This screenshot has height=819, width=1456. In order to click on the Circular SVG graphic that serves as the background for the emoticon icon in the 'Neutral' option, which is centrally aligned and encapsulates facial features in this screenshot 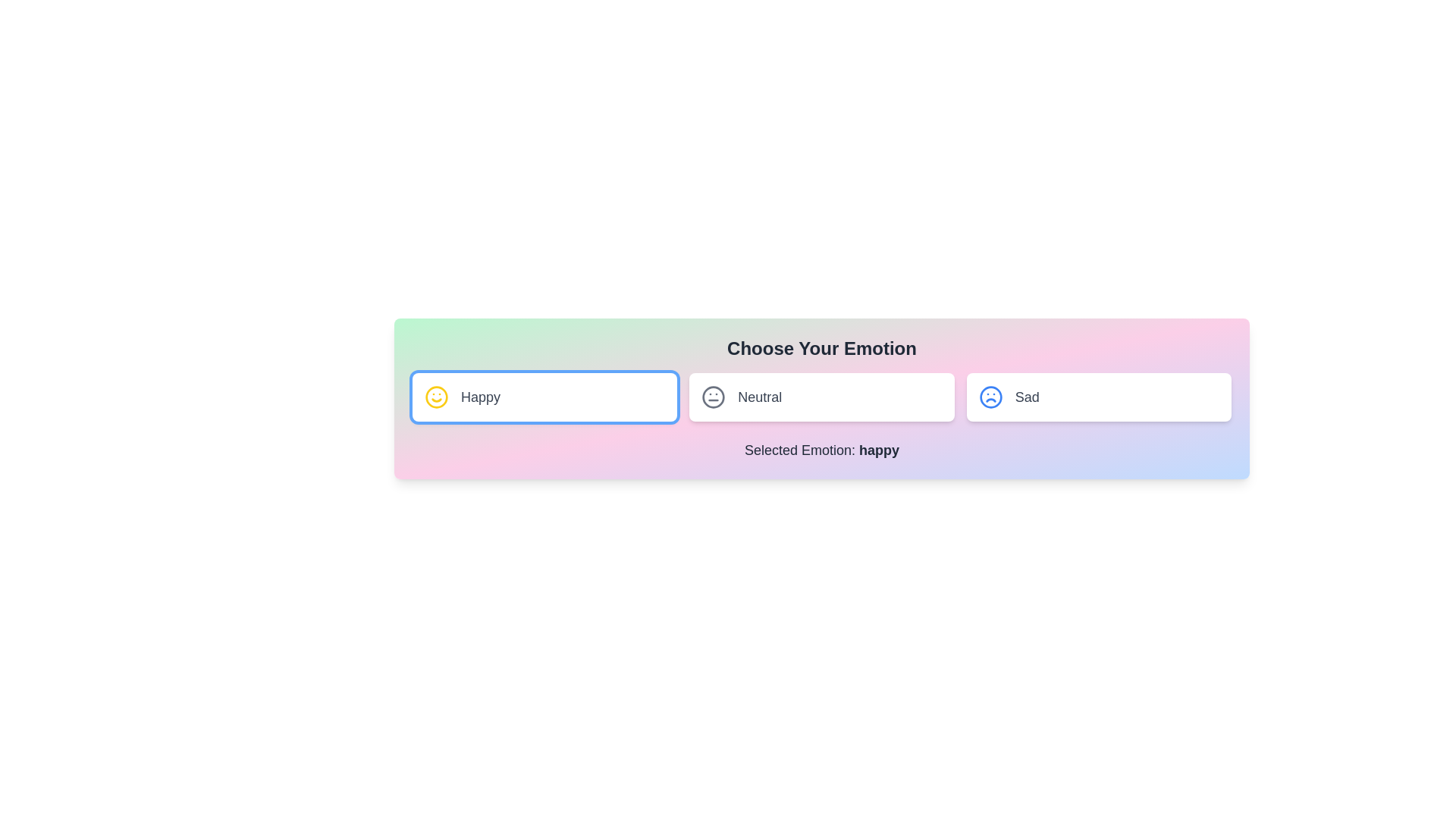, I will do `click(713, 397)`.